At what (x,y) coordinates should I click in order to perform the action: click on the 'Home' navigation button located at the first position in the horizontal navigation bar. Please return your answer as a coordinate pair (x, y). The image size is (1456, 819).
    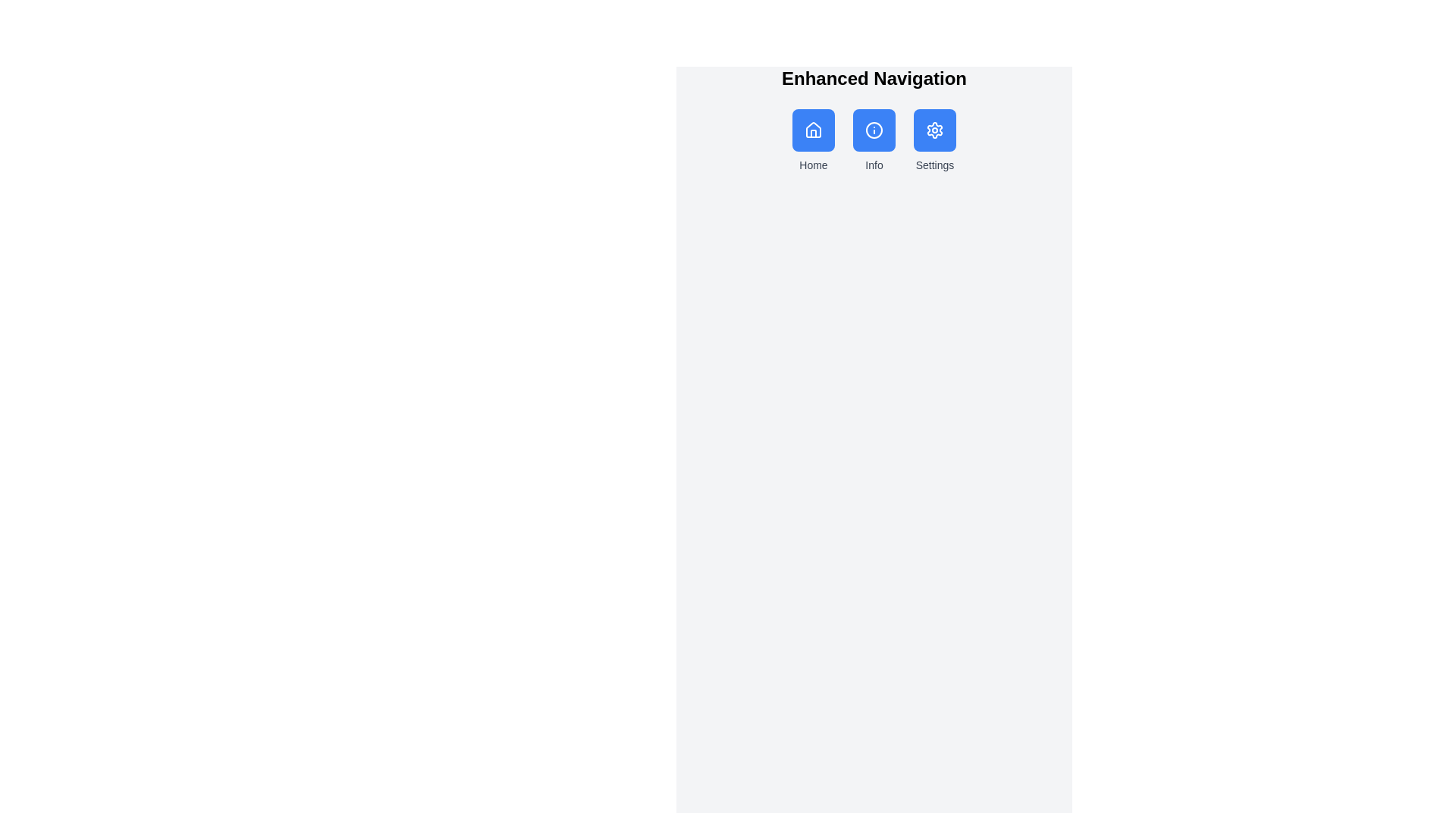
    Looking at the image, I should click on (813, 140).